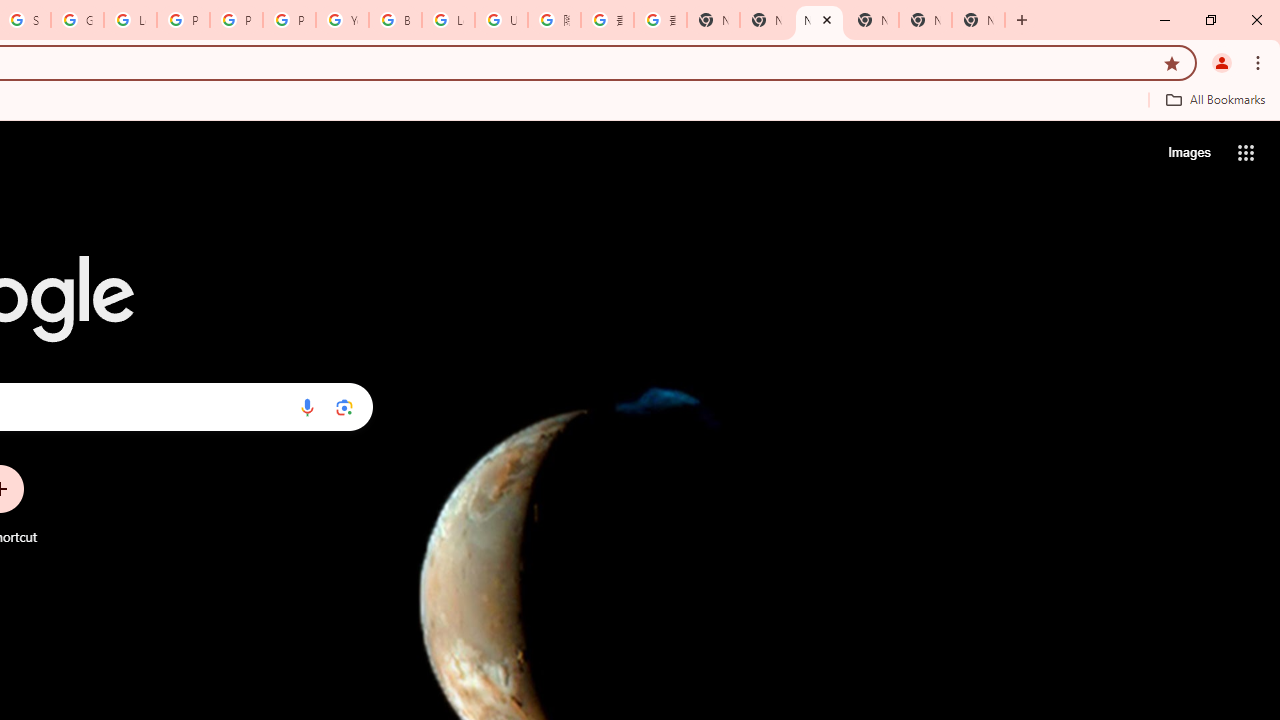  What do you see at coordinates (344, 406) in the screenshot?
I see `'Search by image'` at bounding box center [344, 406].